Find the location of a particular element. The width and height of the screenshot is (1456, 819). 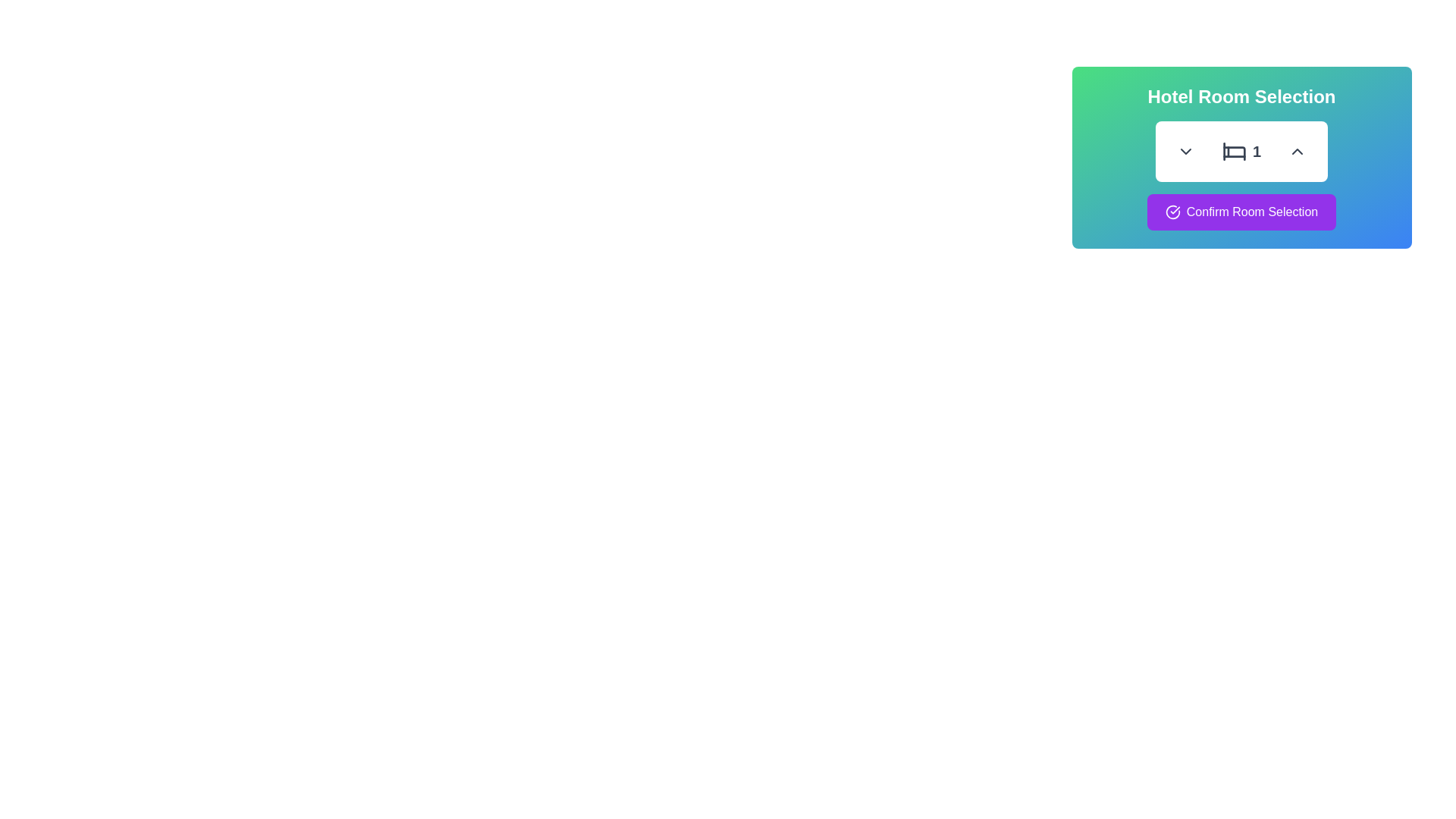

the bed icon representing room selection, which is visually accompanied by the numeric label '1' and is located near the top middle of the interface is located at coordinates (1234, 152).